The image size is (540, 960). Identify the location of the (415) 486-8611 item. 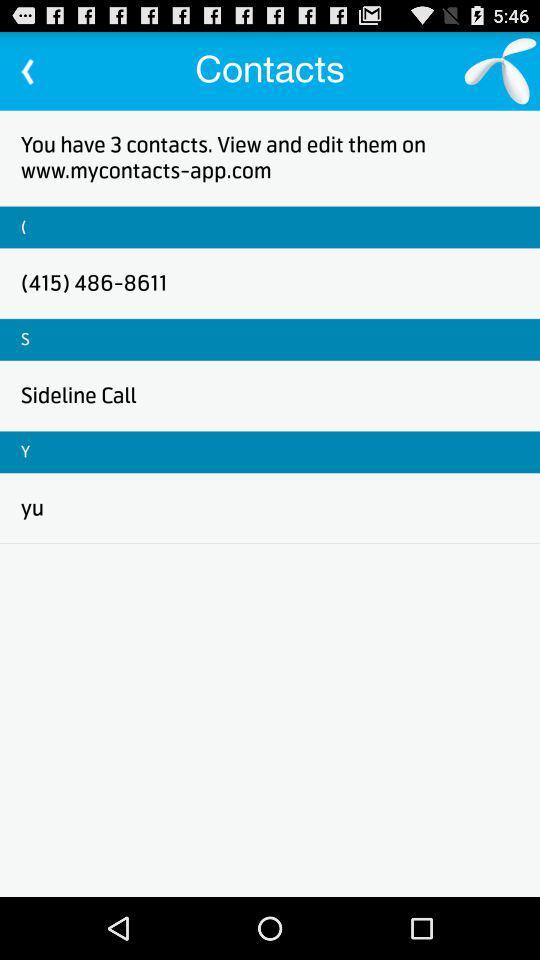
(93, 282).